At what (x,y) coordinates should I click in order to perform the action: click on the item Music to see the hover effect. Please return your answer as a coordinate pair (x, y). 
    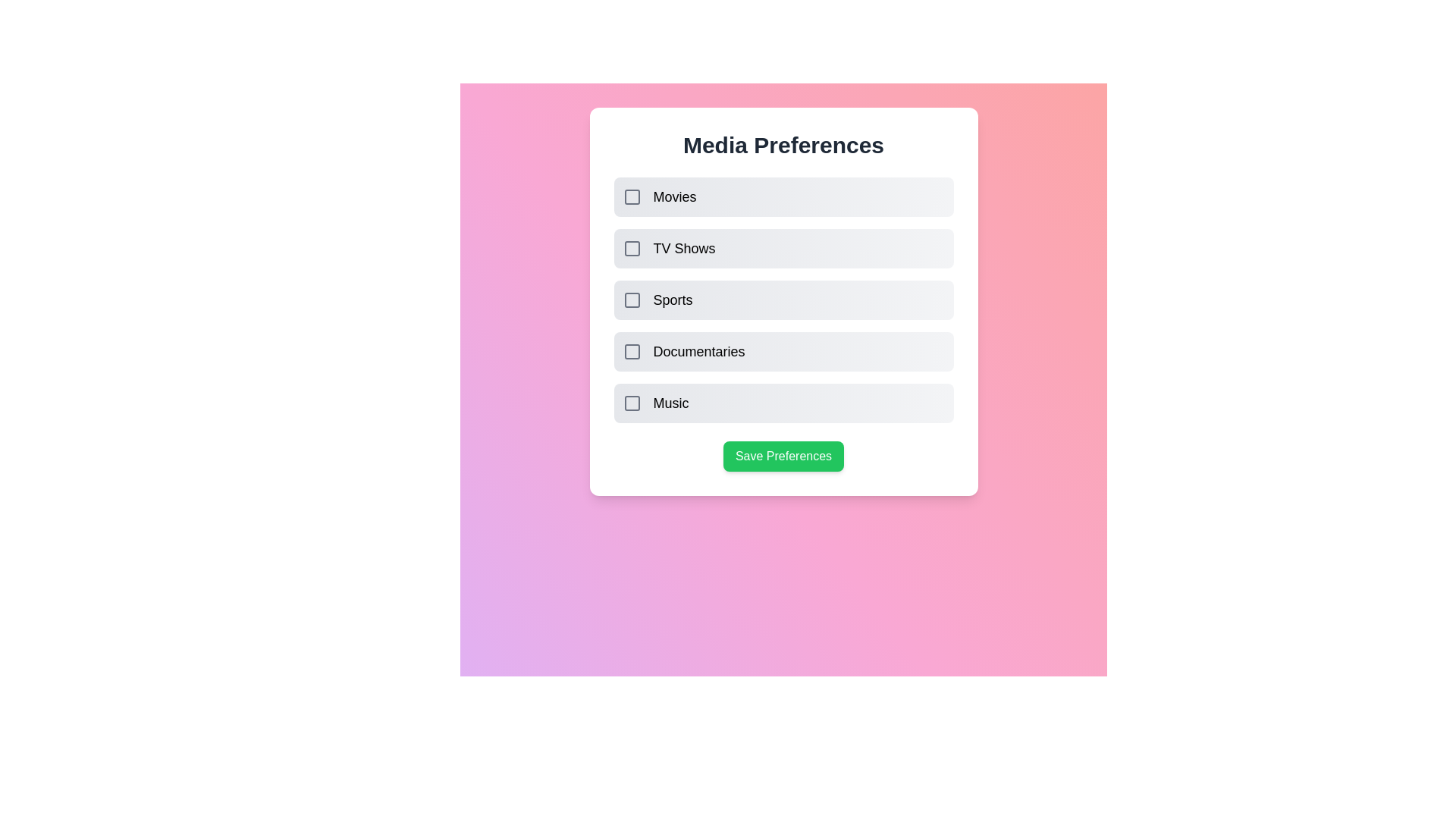
    Looking at the image, I should click on (783, 403).